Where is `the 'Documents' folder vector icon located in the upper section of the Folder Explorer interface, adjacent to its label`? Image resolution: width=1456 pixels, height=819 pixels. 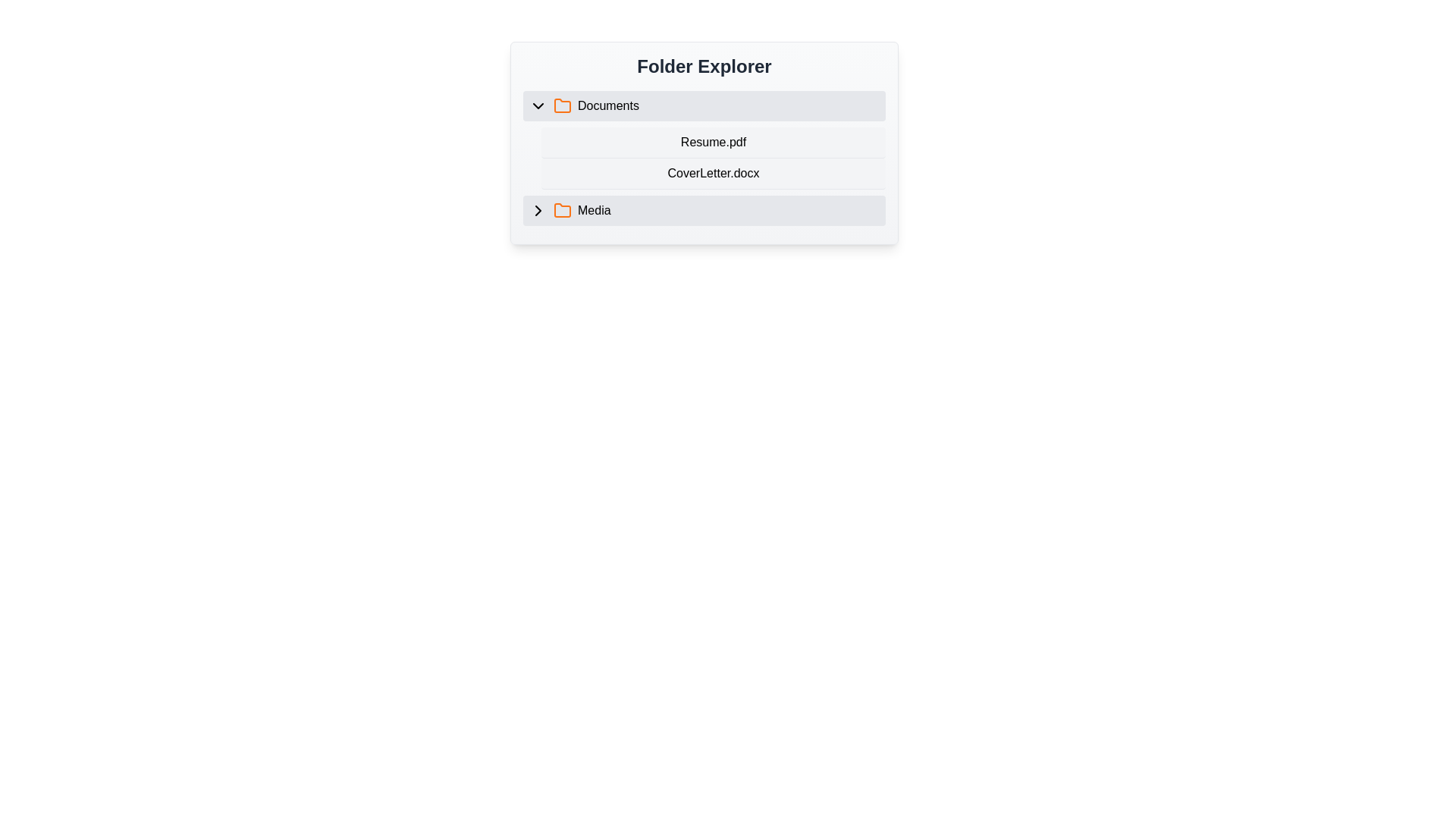 the 'Documents' folder vector icon located in the upper section of the Folder Explorer interface, adjacent to its label is located at coordinates (562, 105).